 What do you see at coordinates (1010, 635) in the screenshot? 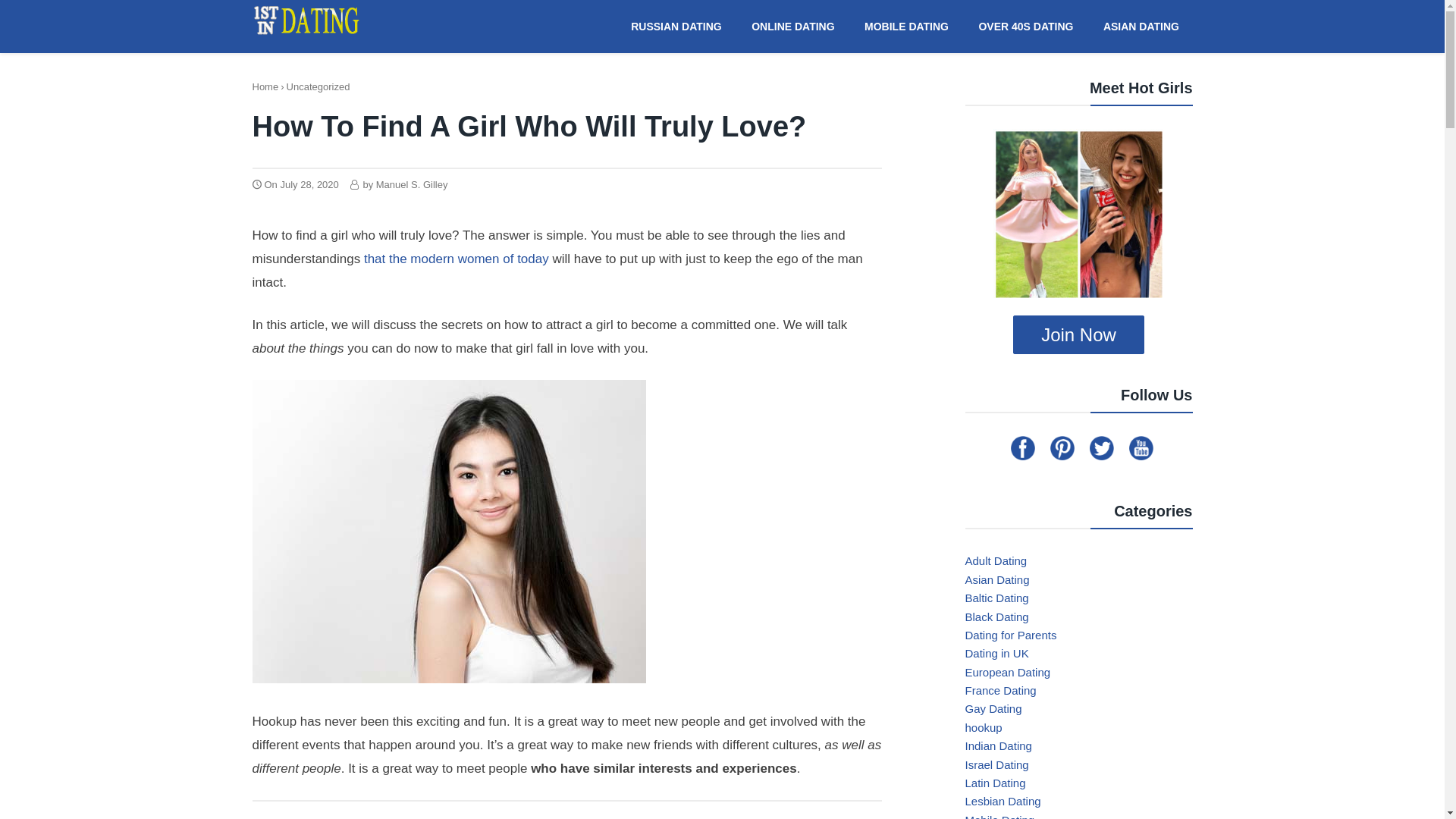
I see `'Dating for Parents'` at bounding box center [1010, 635].